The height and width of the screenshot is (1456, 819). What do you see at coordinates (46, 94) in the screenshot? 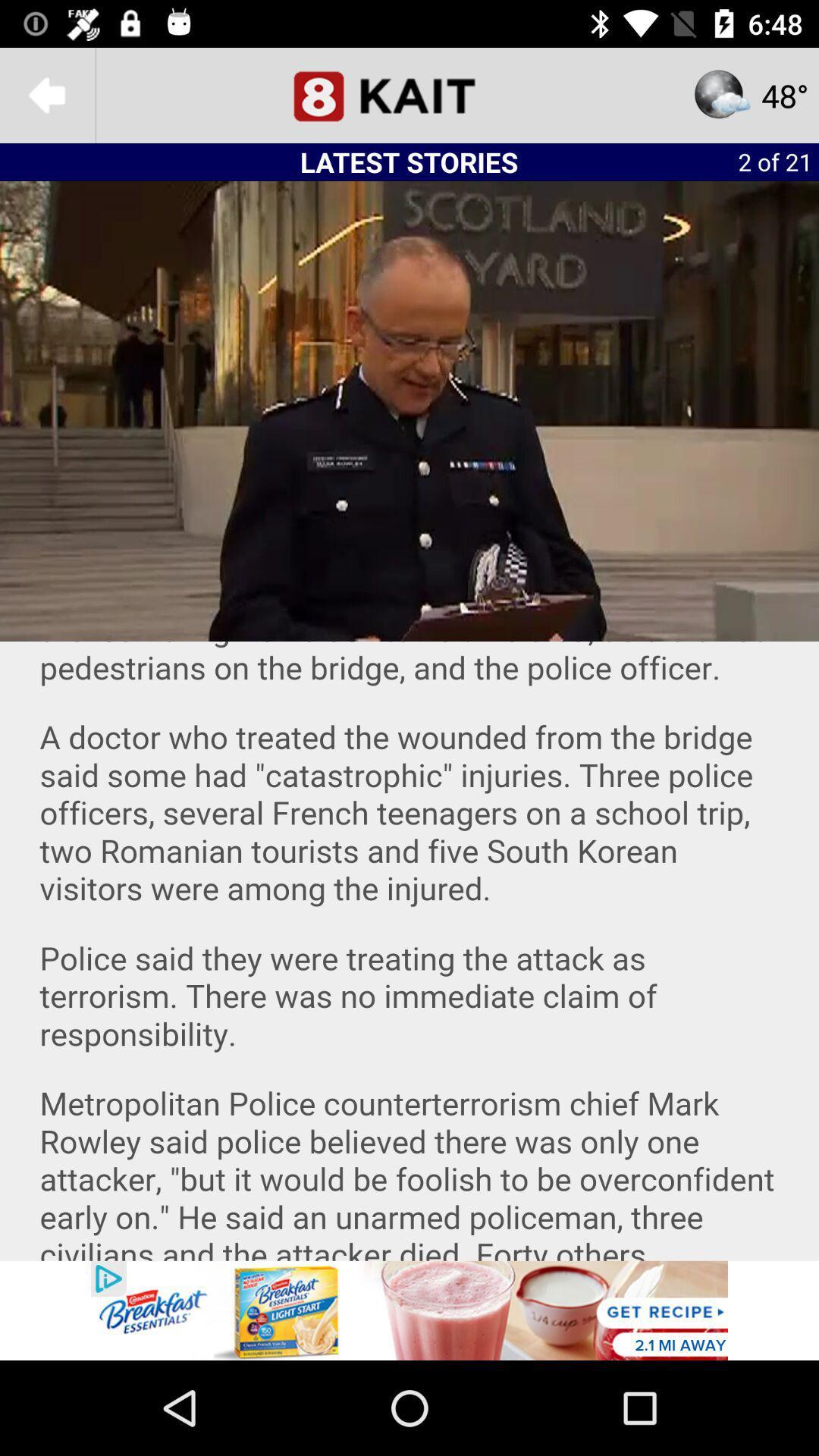
I see `the arrow_backward icon` at bounding box center [46, 94].